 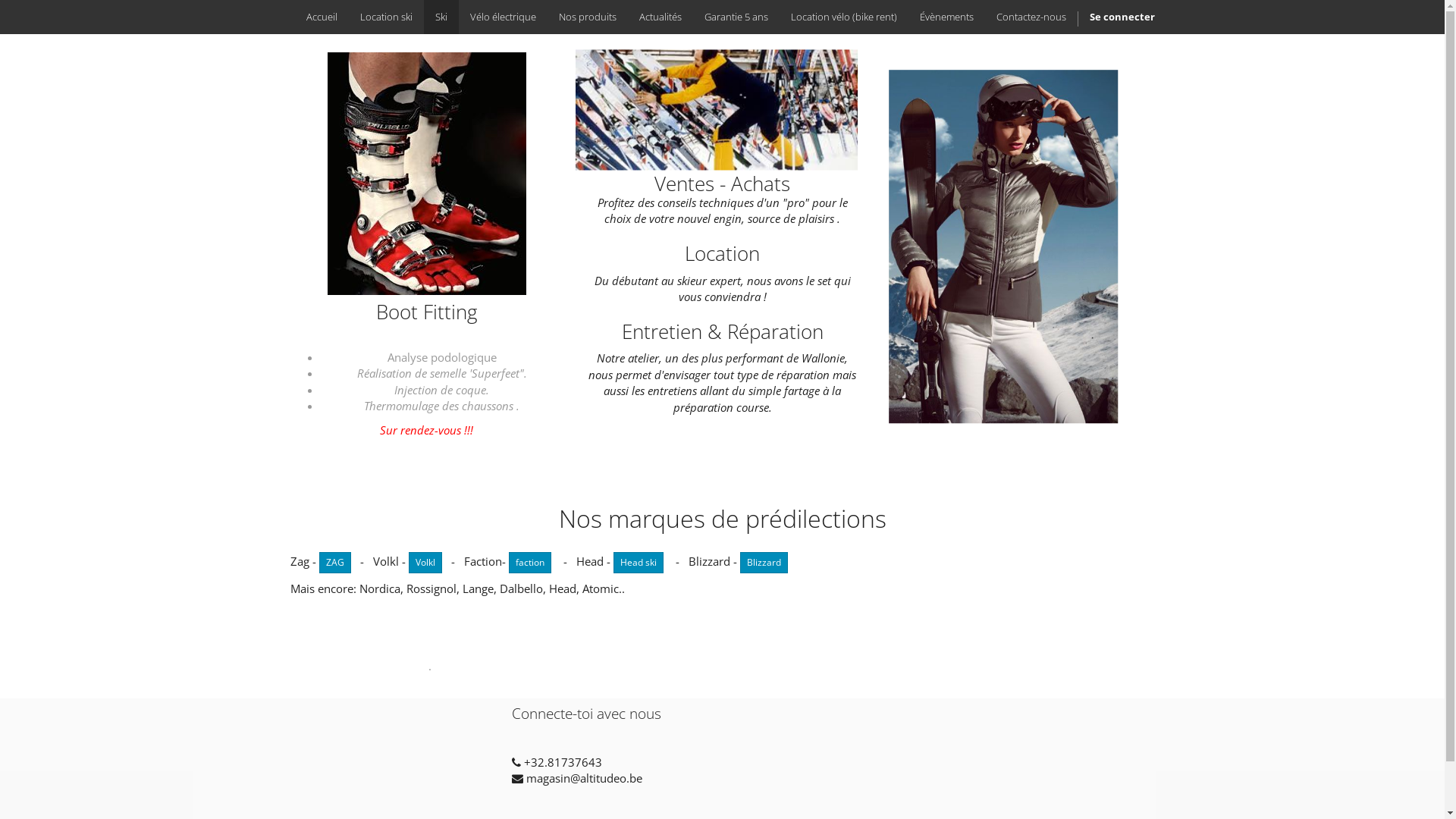 What do you see at coordinates (637, 562) in the screenshot?
I see `'Head ski'` at bounding box center [637, 562].